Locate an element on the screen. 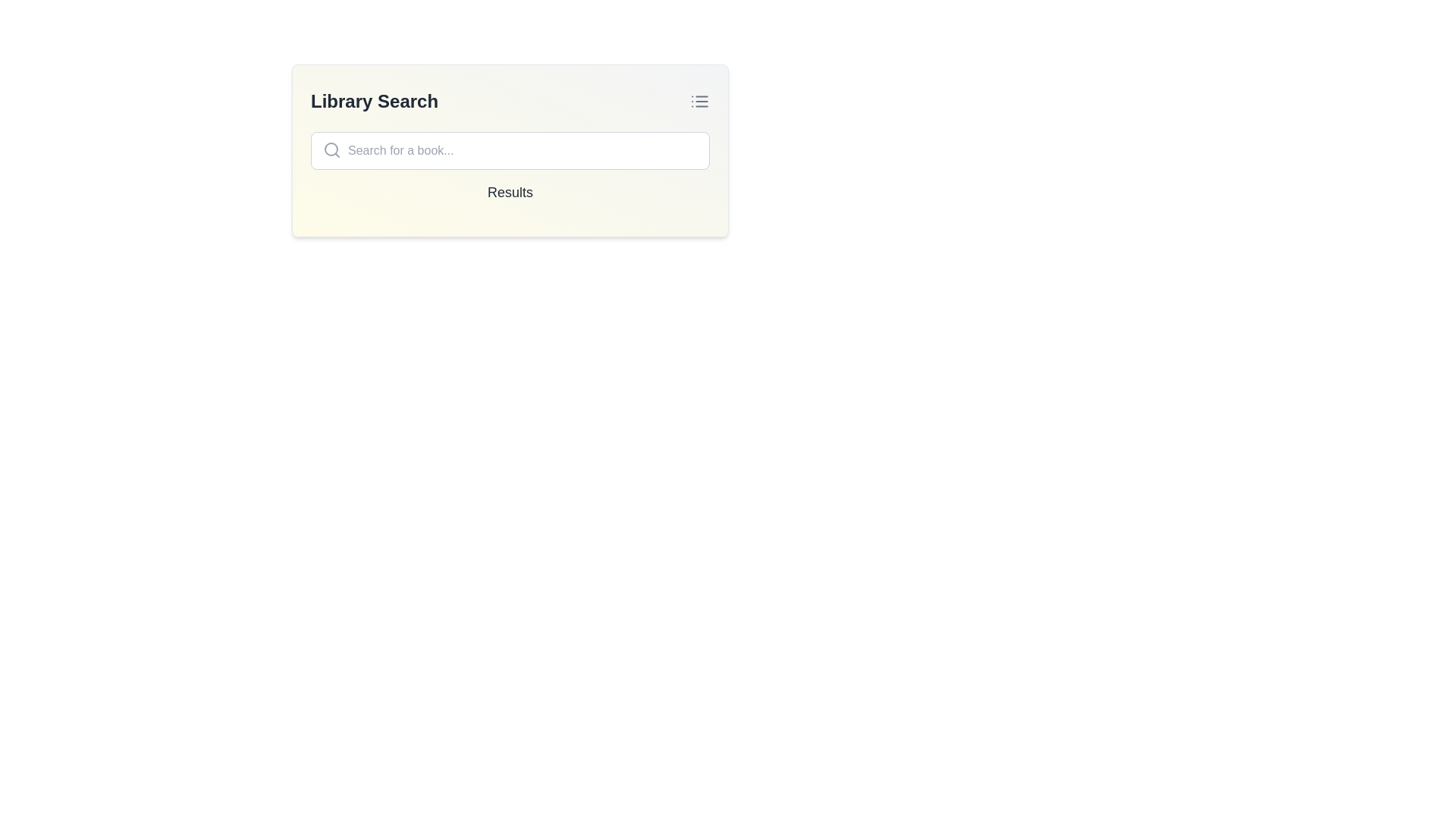  the search input field located in the bordered card interface below the title 'Library Search' is located at coordinates (510, 151).